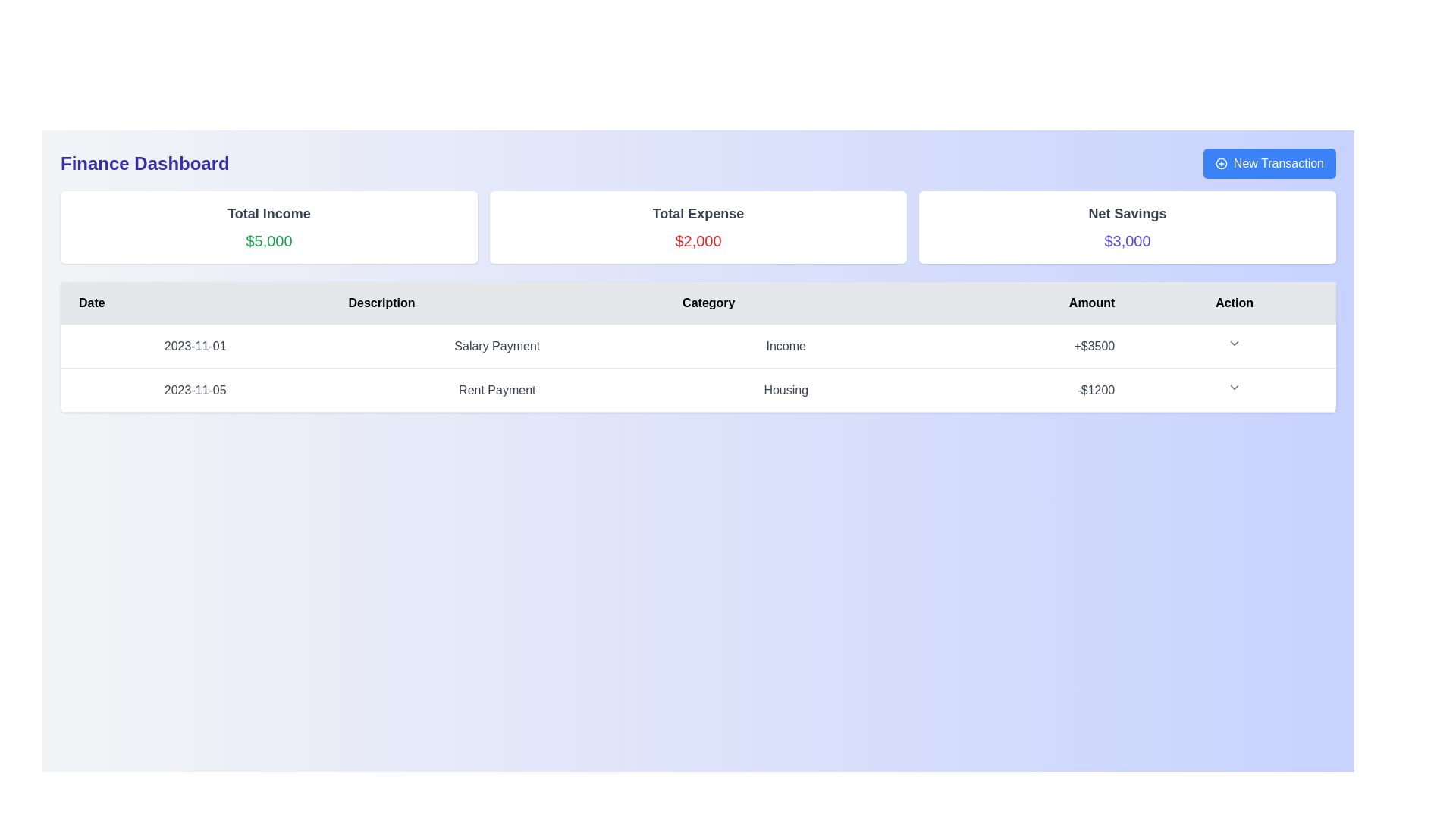 The image size is (1456, 819). What do you see at coordinates (1269, 164) in the screenshot?
I see `the 'Create New Transaction' button located at the far right of the header section in the 'Finance Dashboard' layout` at bounding box center [1269, 164].